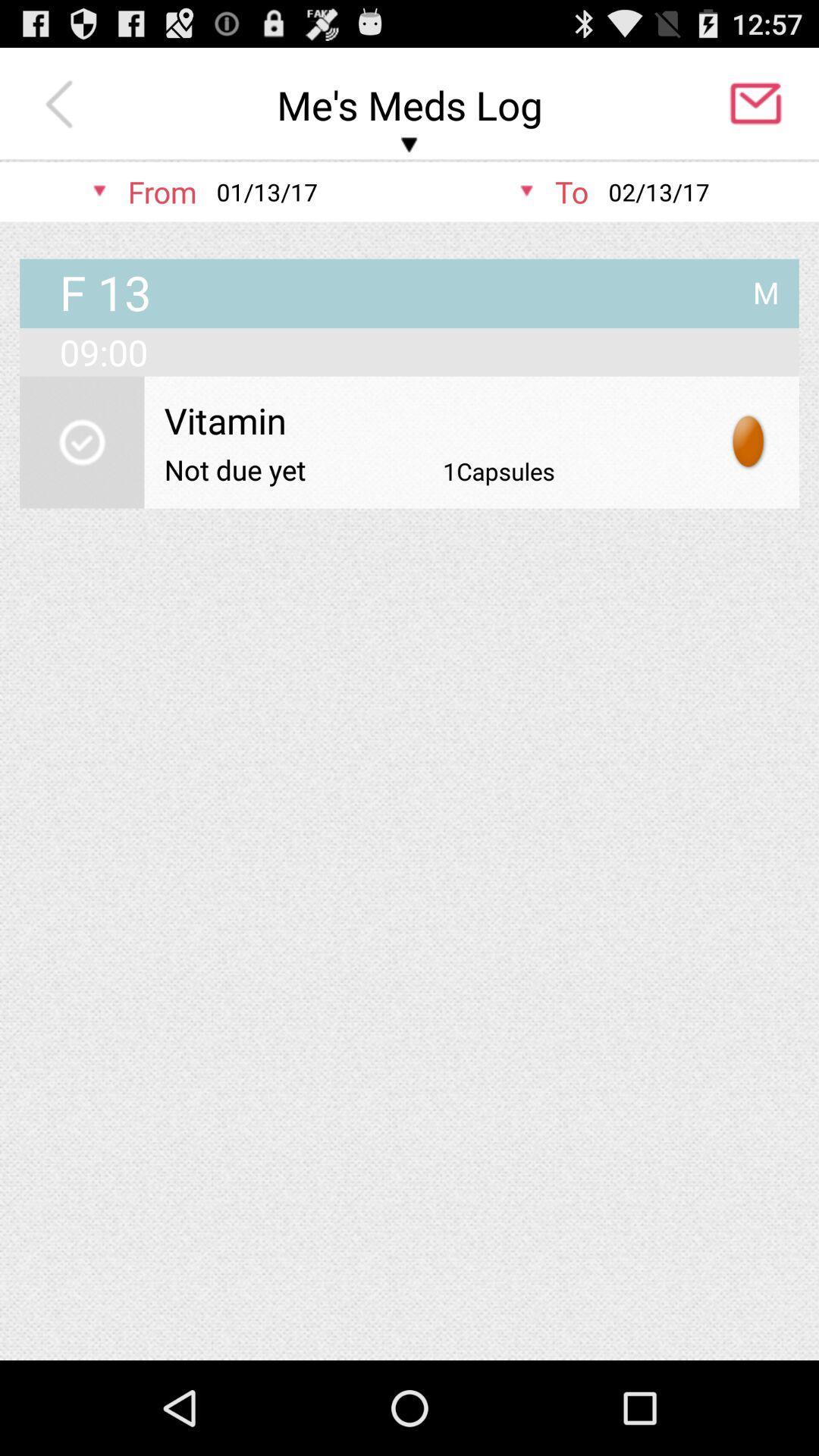 This screenshot has height=1456, width=819. I want to click on the f 13, so click(105, 294).